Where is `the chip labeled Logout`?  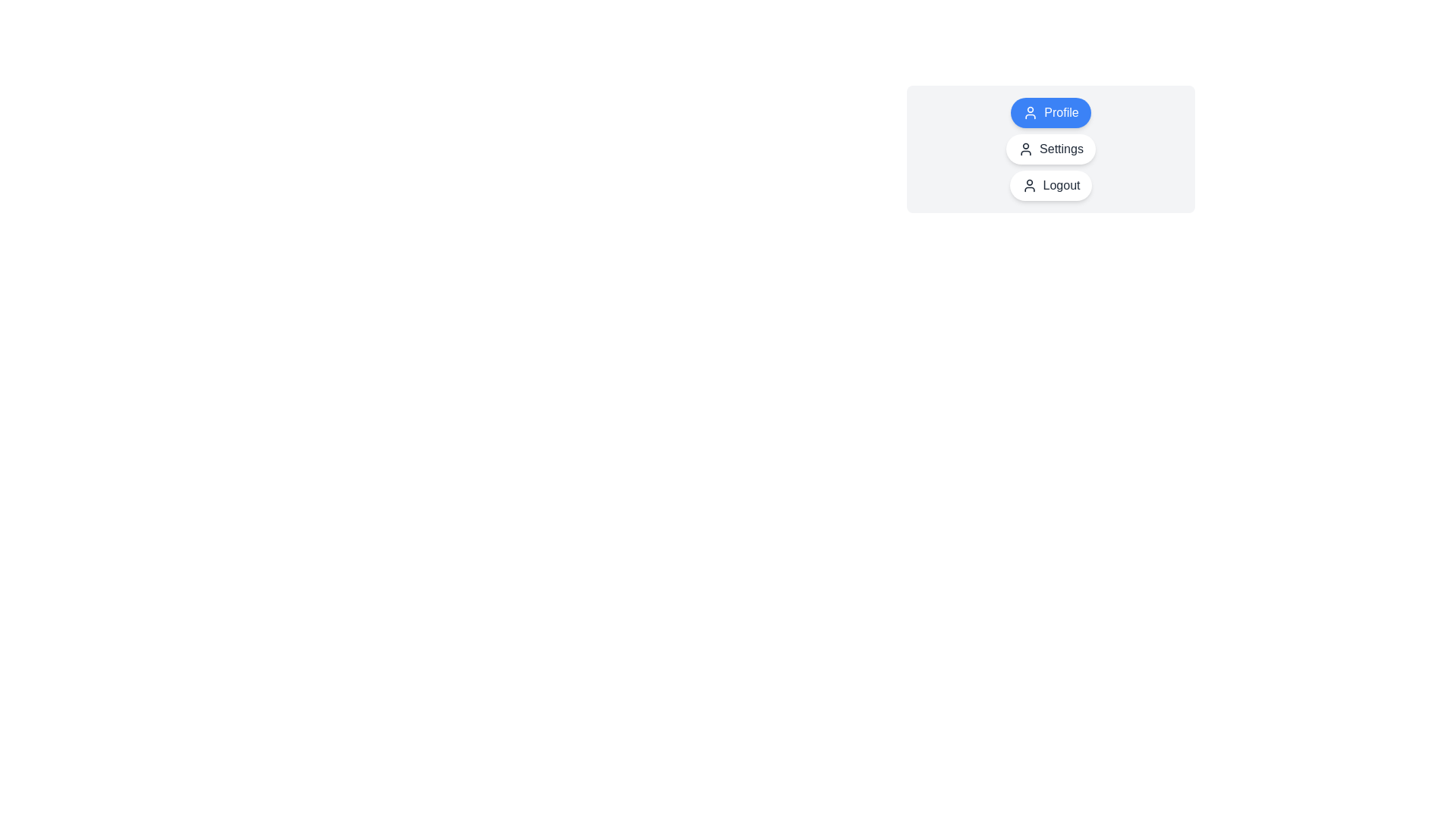 the chip labeled Logout is located at coordinates (1050, 185).